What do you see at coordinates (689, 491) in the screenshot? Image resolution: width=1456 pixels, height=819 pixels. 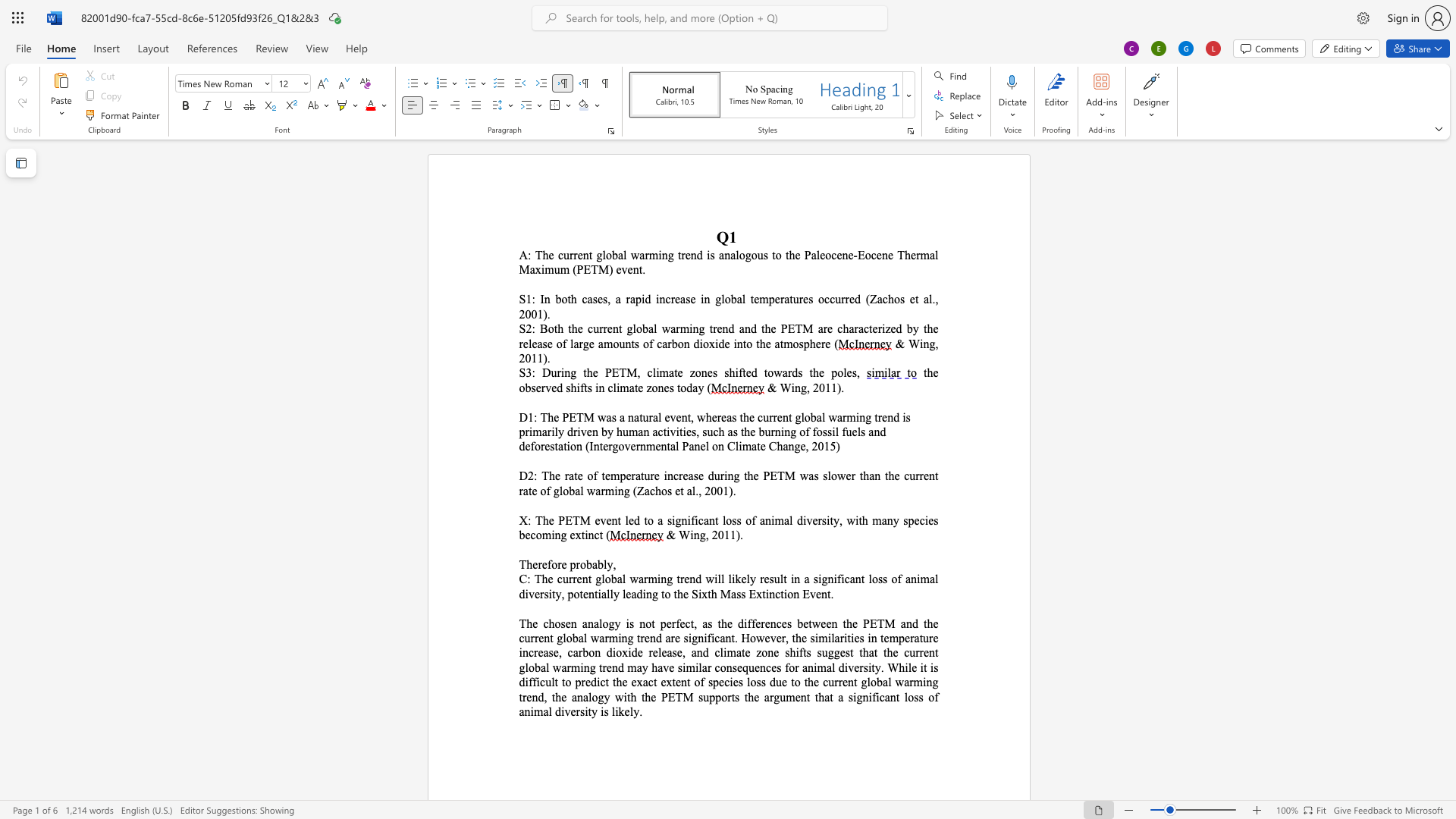 I see `the 8th character "a" in the text` at bounding box center [689, 491].